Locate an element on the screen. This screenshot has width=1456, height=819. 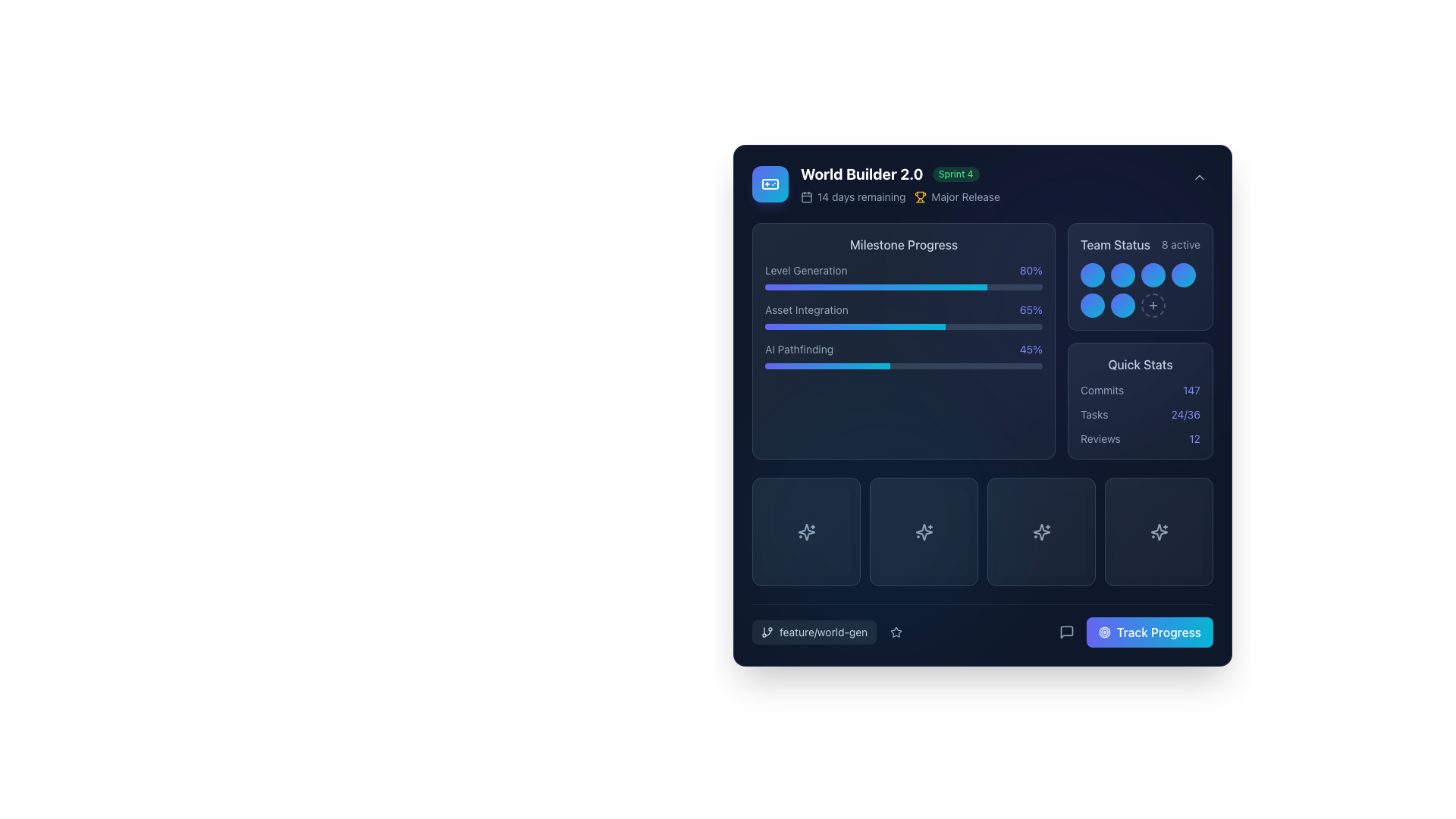
the graphical icon resembling a branch structure, which is styled in white and located within a darker, rounded rectangular button in the bottom-left section of the interface, directly below four square icons is located at coordinates (767, 632).